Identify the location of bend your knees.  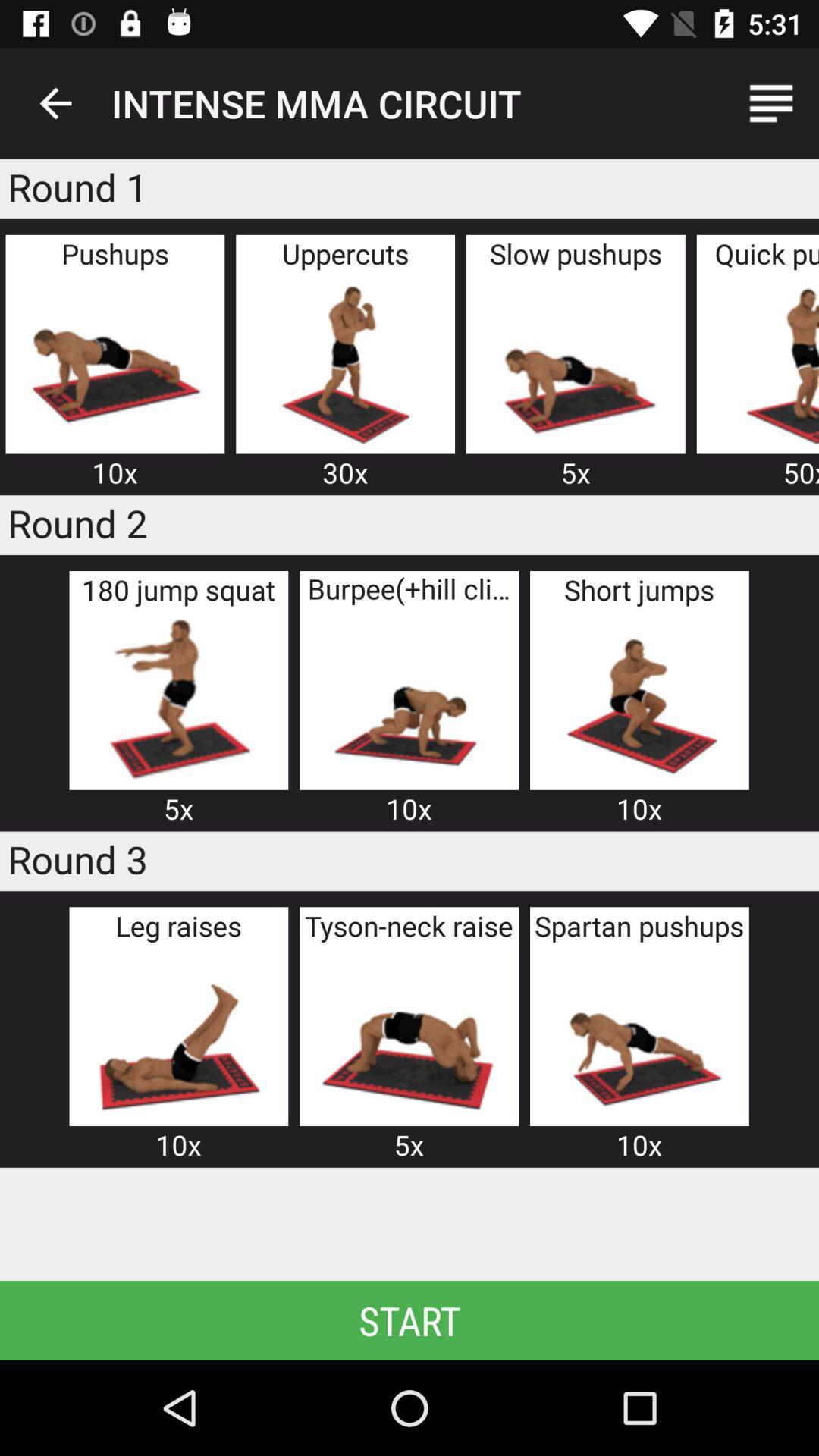
(177, 698).